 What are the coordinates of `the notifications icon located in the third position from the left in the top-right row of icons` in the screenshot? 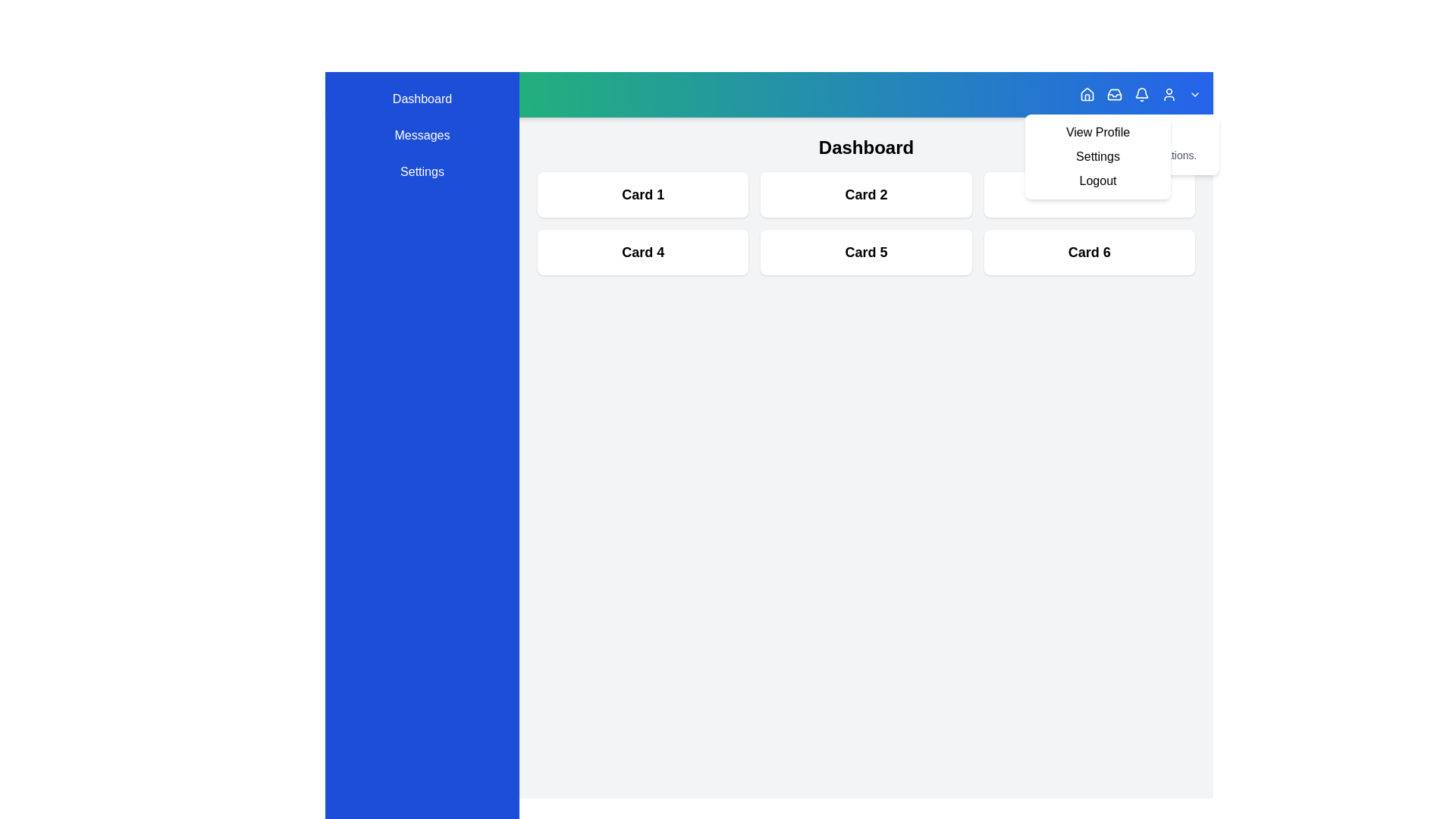 It's located at (1140, 94).